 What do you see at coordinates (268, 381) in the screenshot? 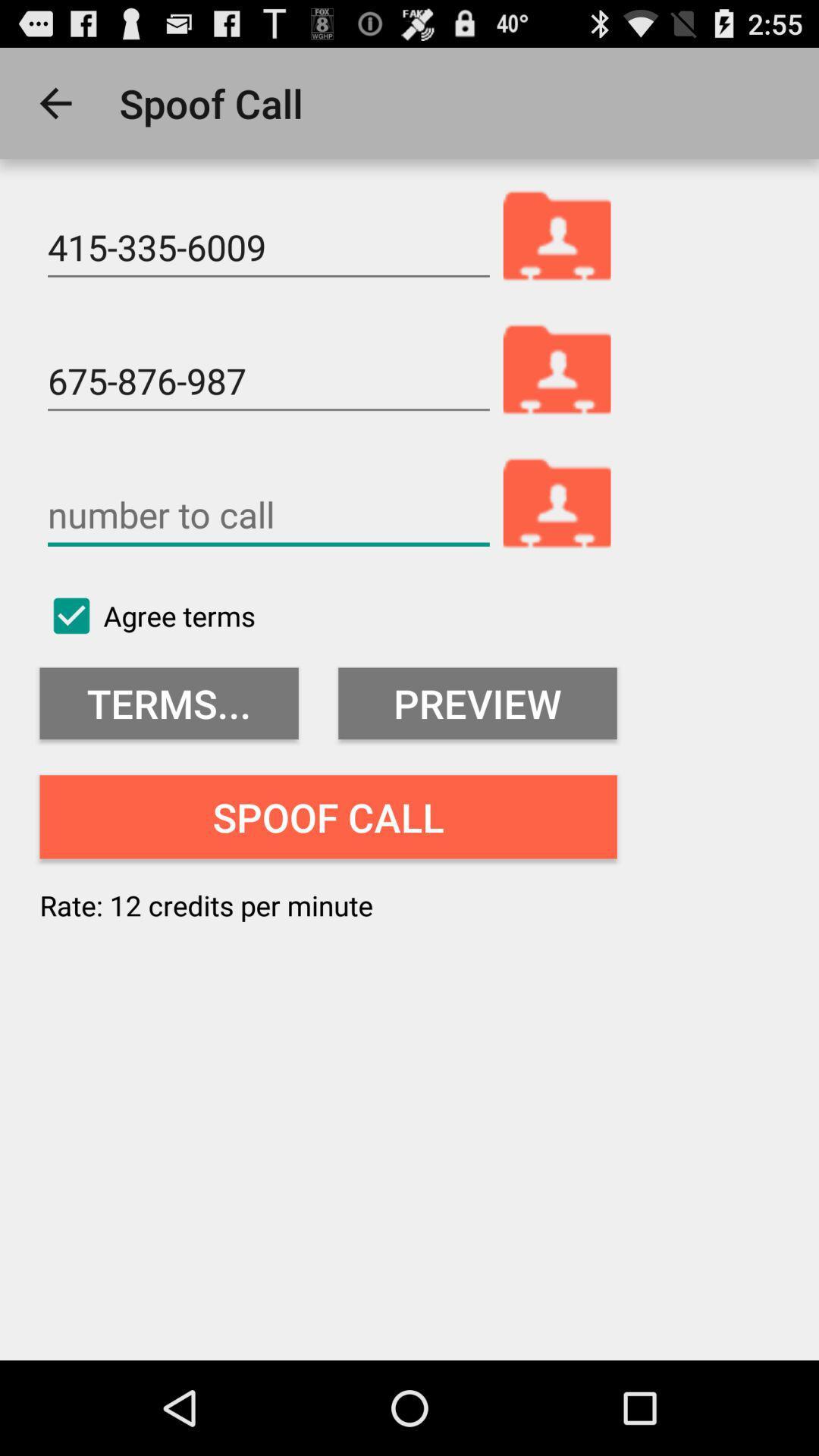
I see `the 675-876-987 icon` at bounding box center [268, 381].